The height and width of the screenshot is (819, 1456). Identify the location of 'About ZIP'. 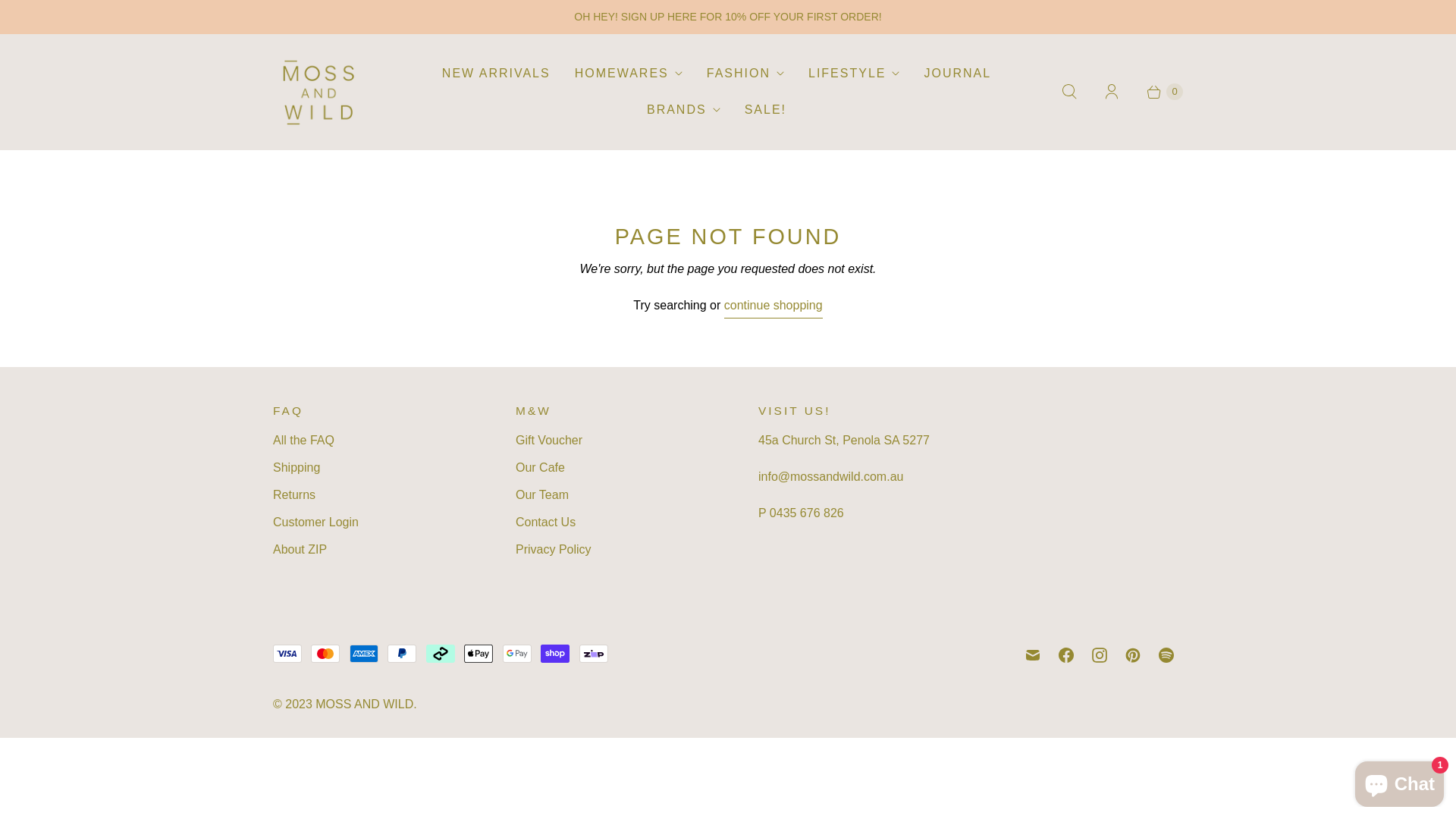
(300, 549).